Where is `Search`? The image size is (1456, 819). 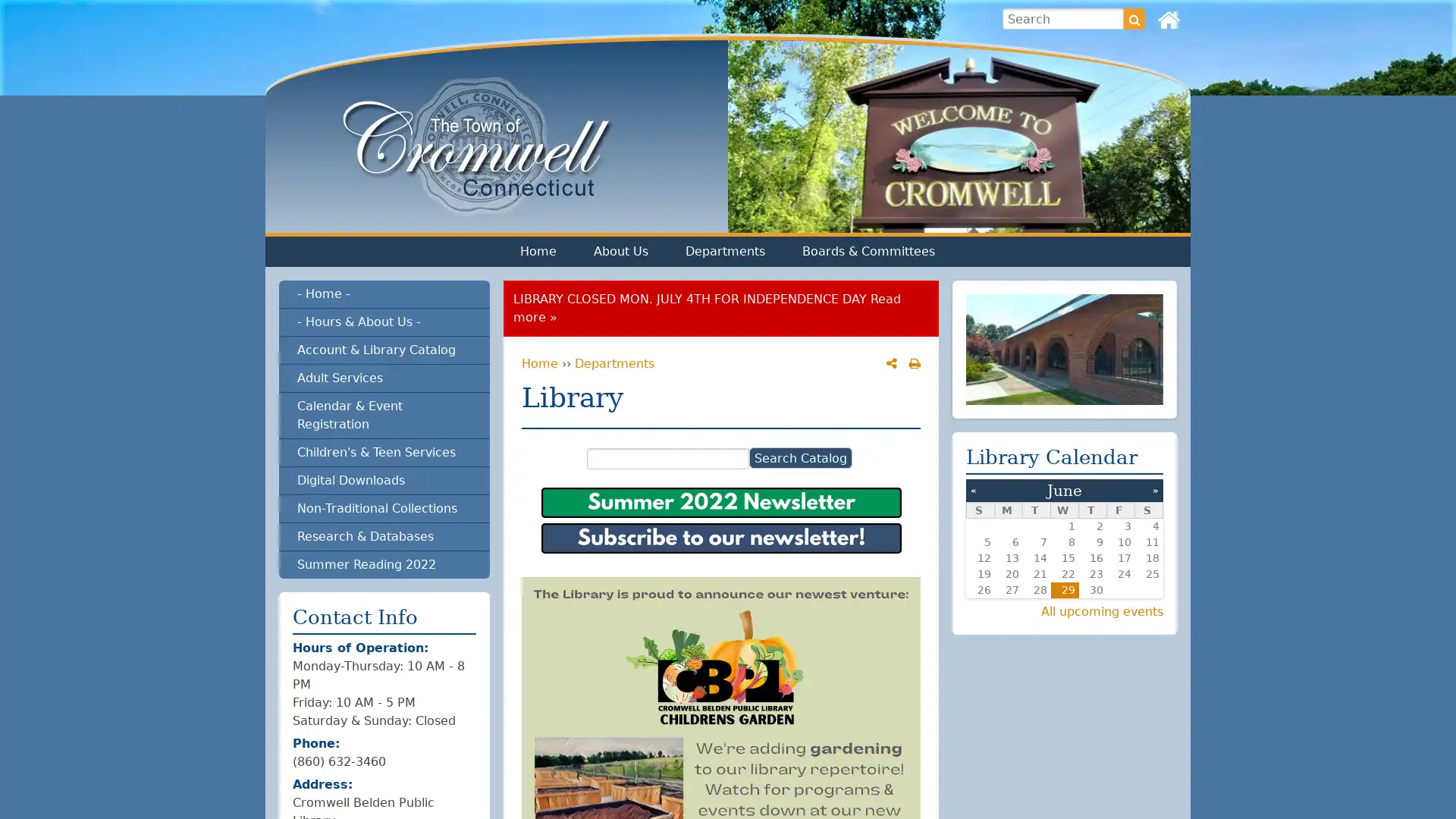
Search is located at coordinates (1134, 18).